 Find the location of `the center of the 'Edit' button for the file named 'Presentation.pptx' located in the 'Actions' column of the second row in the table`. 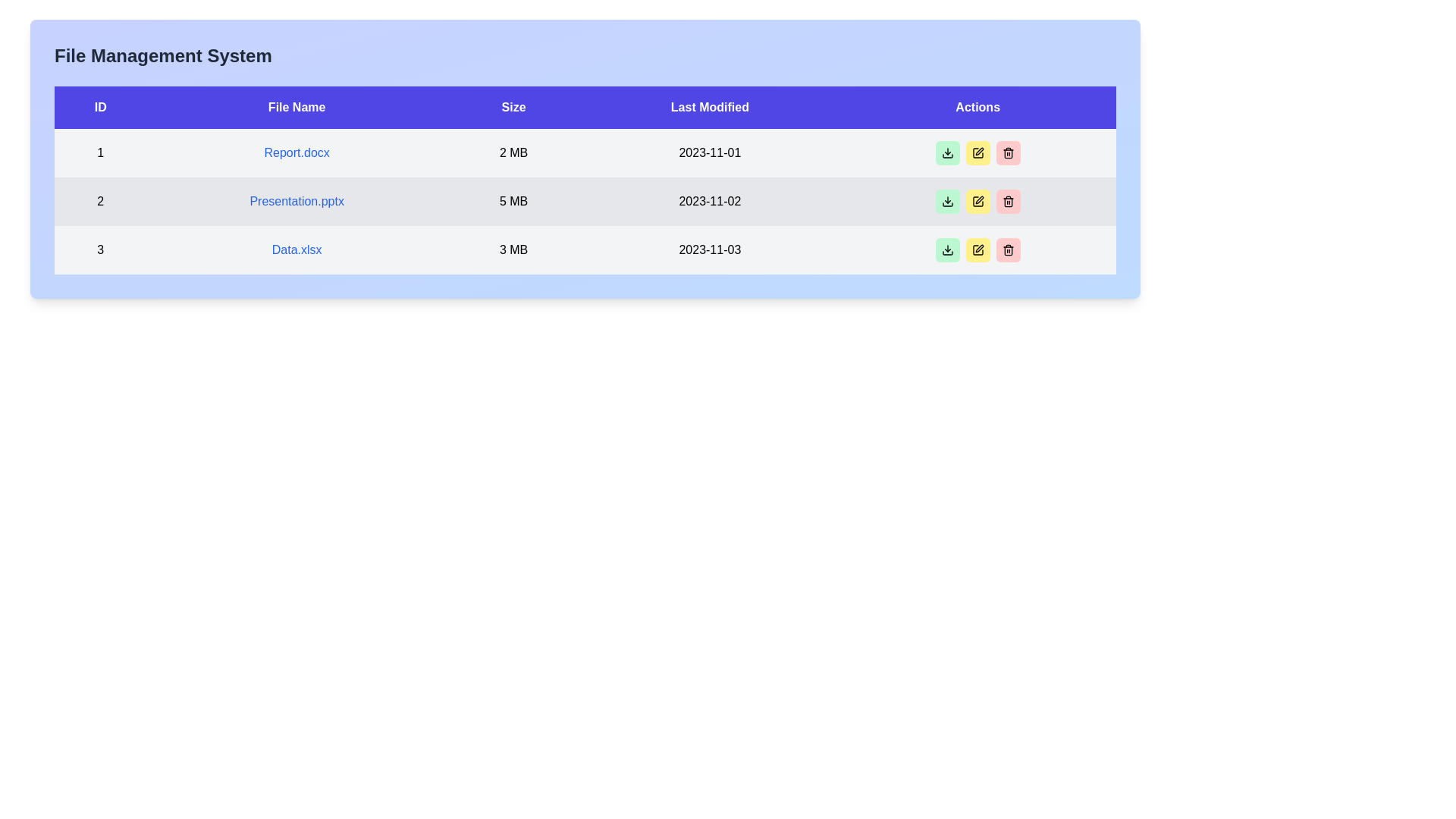

the center of the 'Edit' button for the file named 'Presentation.pptx' located in the 'Actions' column of the second row in the table is located at coordinates (977, 201).